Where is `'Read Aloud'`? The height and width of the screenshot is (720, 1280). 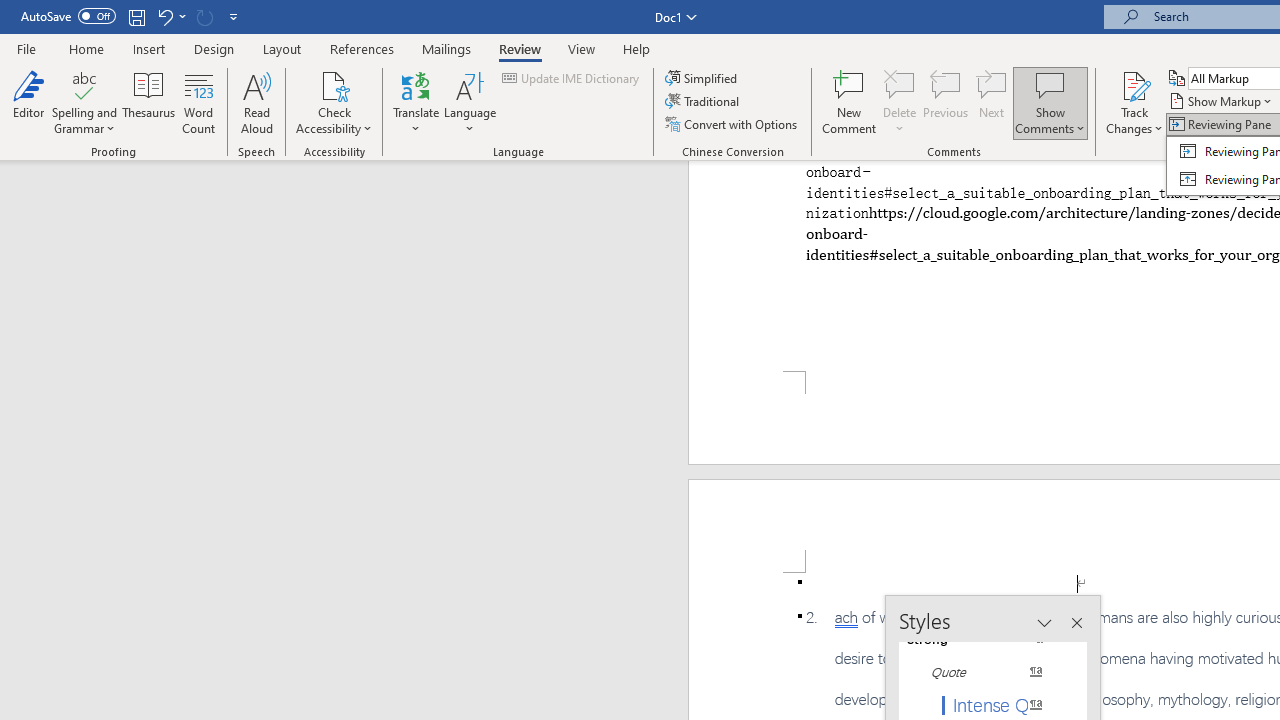 'Read Aloud' is located at coordinates (255, 103).